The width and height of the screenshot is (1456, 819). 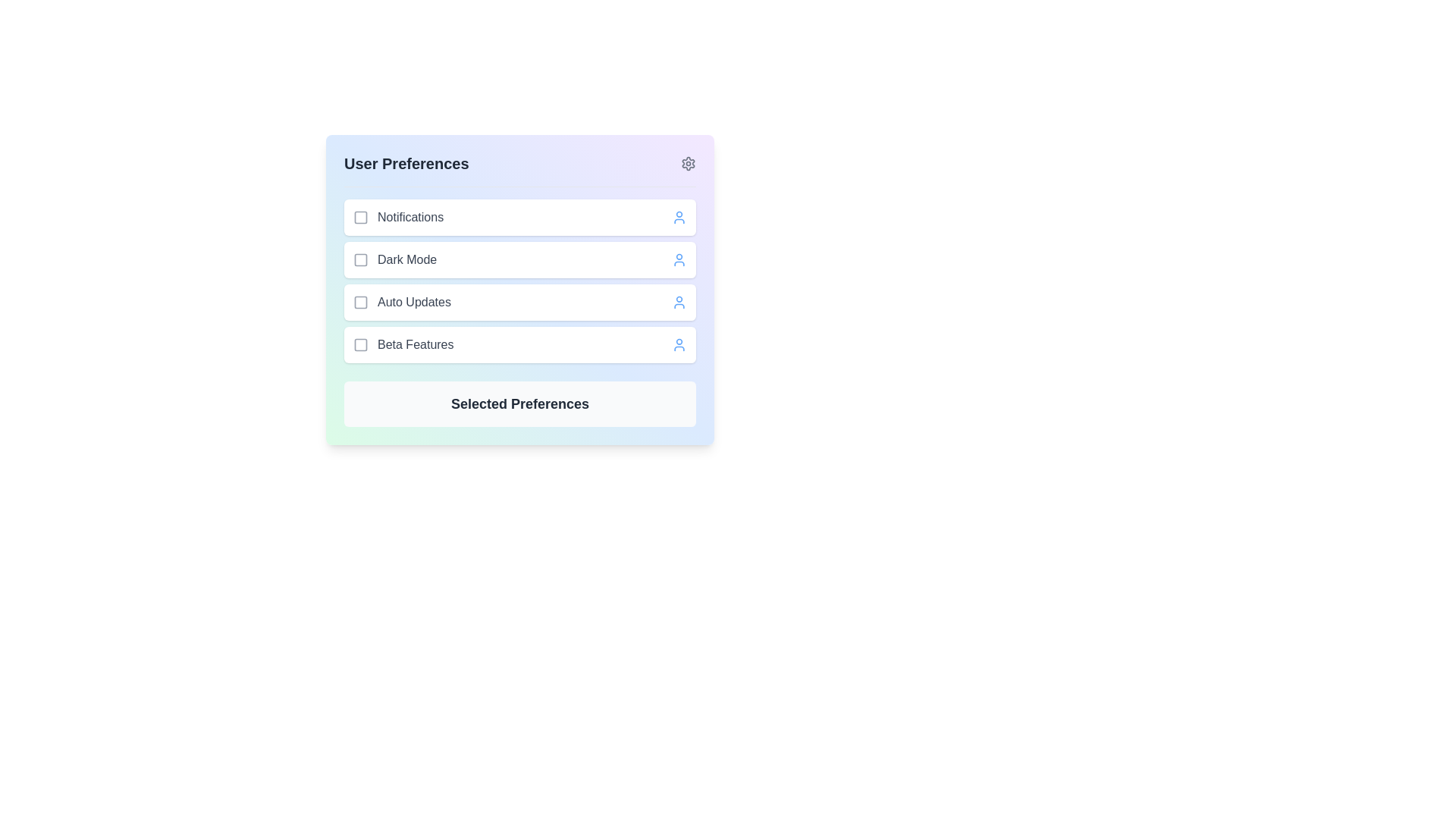 I want to click on the checkbox state indicator element representing the 'Auto Updates' preference, so click(x=359, y=302).